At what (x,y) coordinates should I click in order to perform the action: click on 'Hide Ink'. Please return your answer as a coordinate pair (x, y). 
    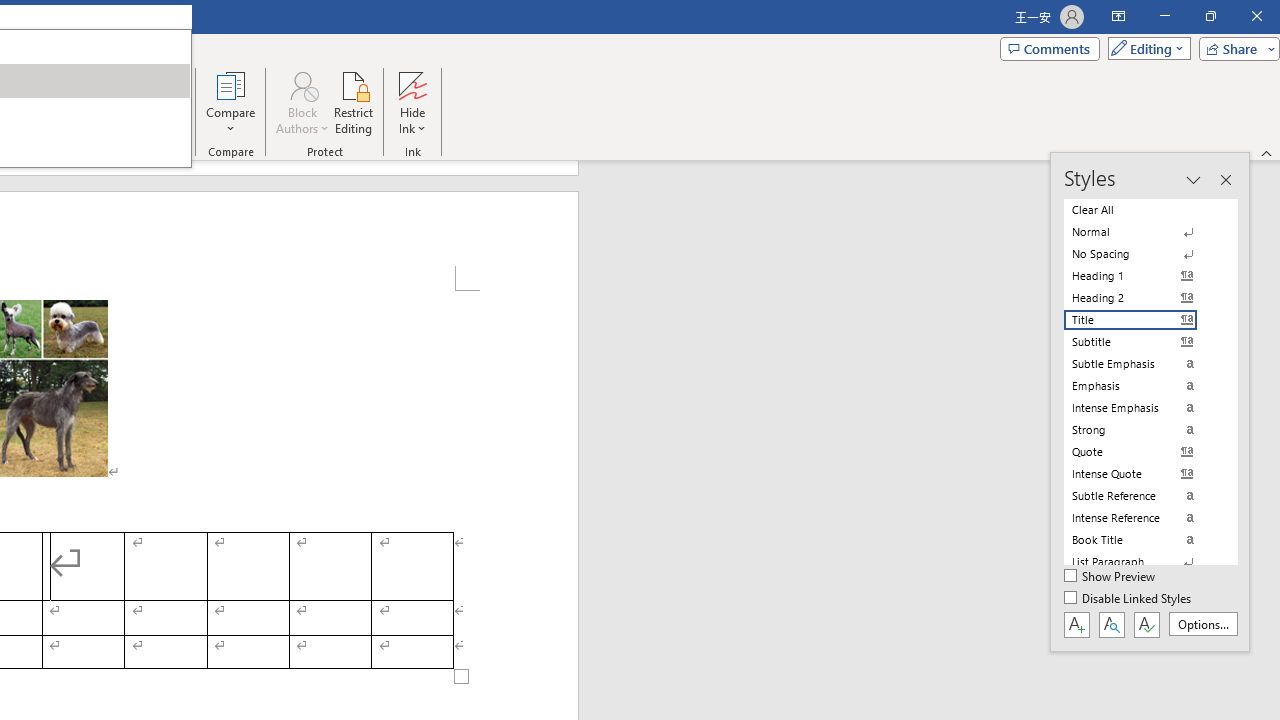
    Looking at the image, I should click on (411, 103).